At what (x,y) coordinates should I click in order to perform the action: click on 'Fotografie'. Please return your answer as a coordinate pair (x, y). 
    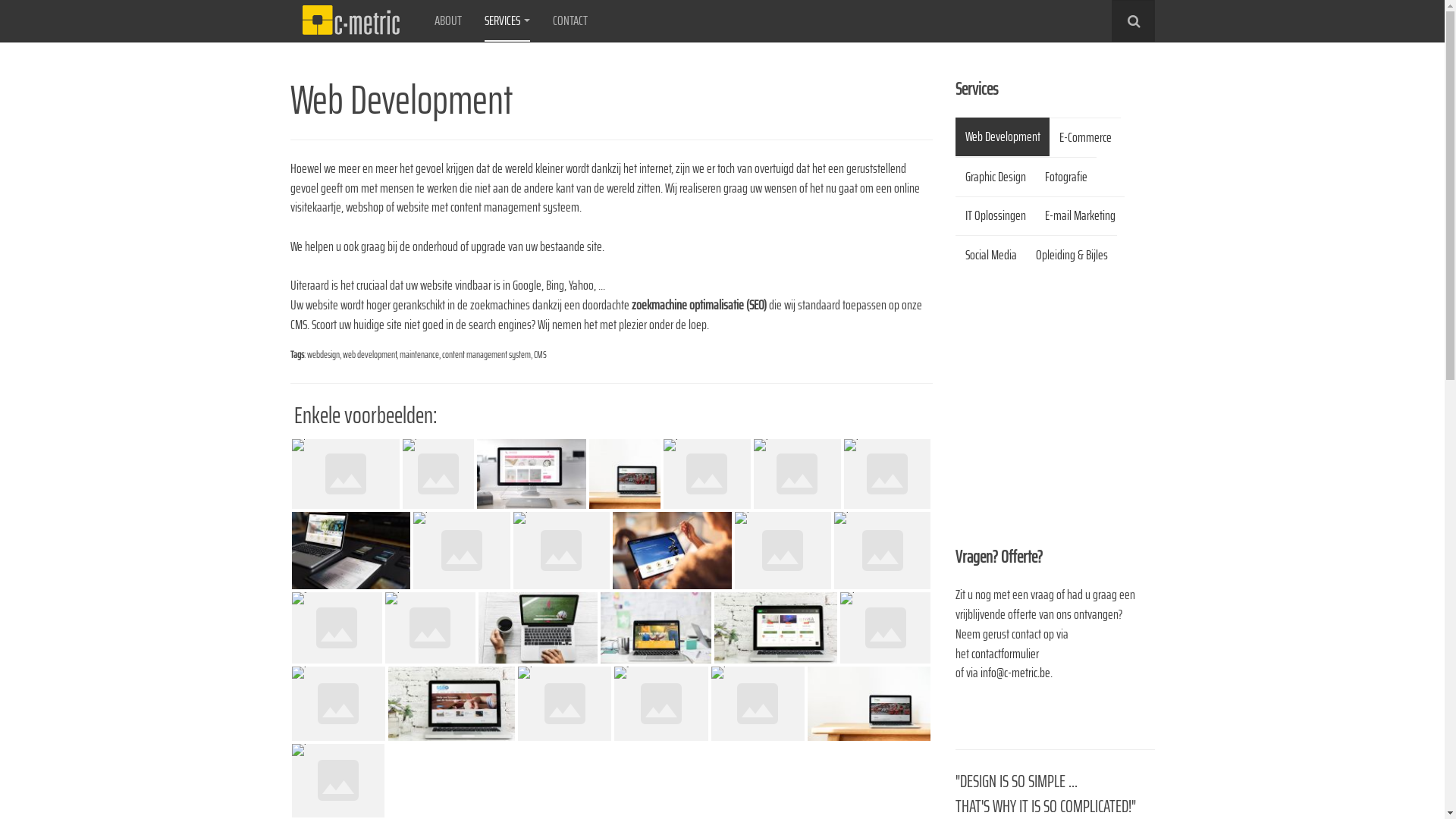
    Looking at the image, I should click on (1034, 176).